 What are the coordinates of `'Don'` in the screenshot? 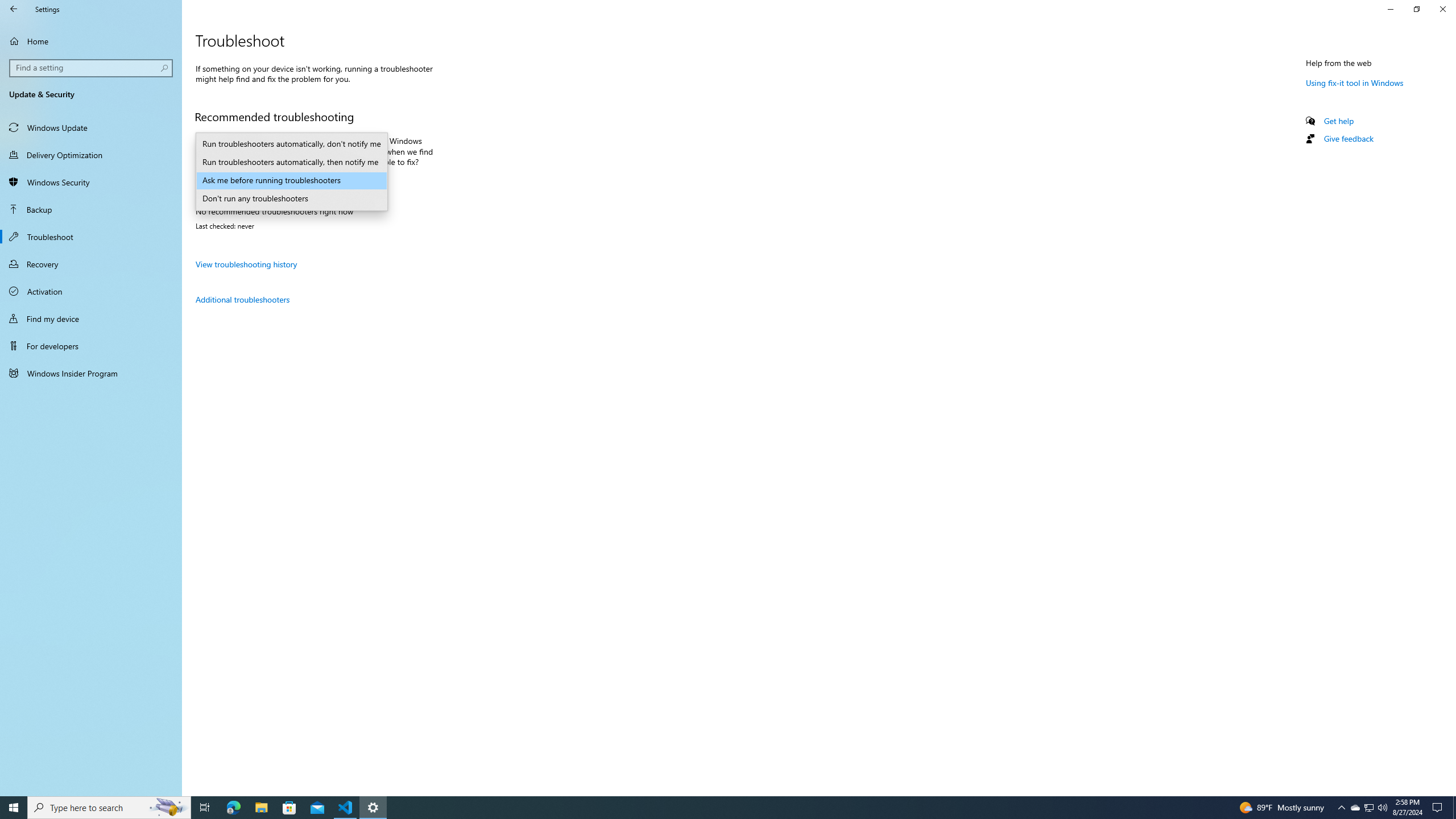 It's located at (292, 198).